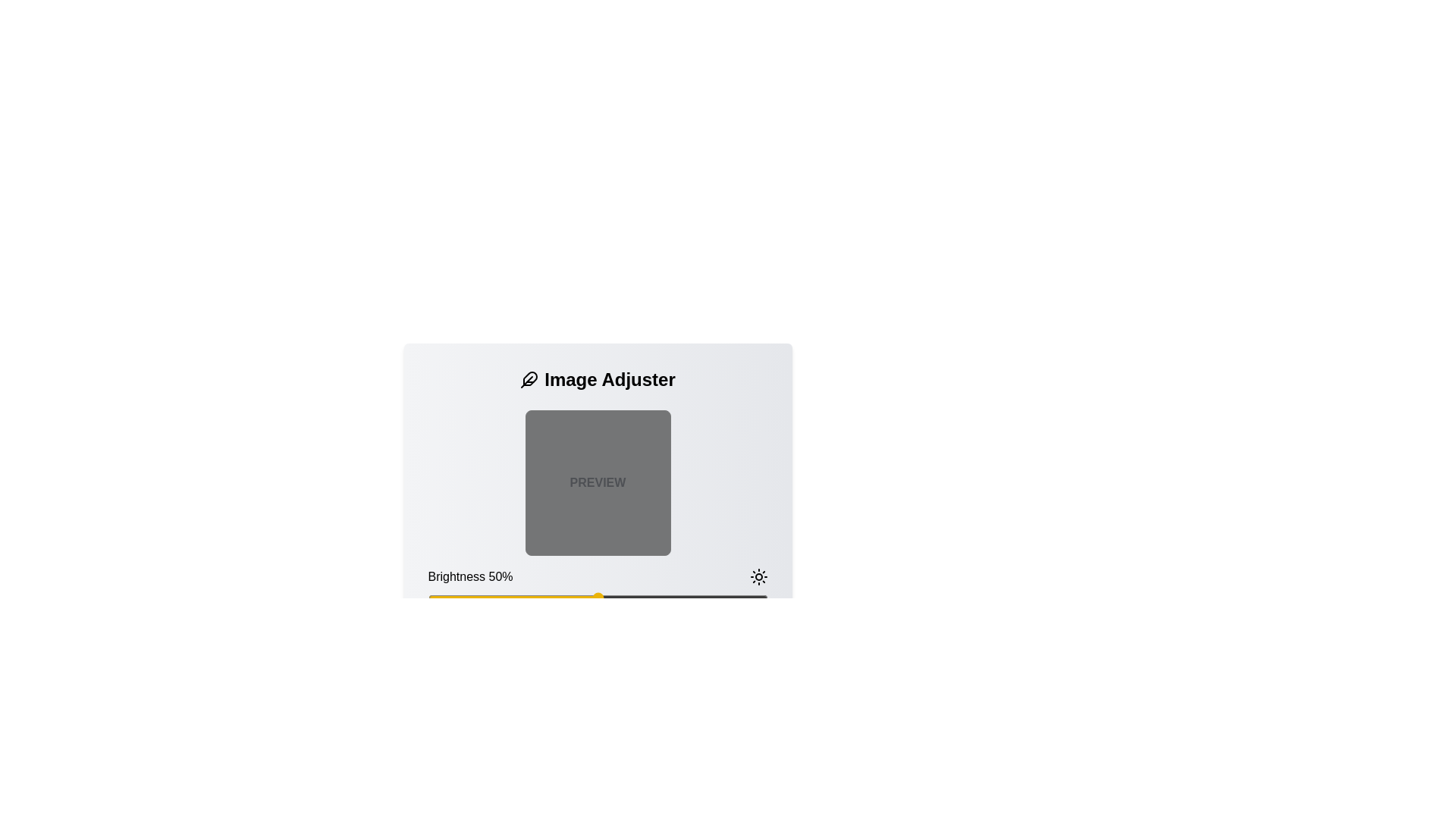 This screenshot has height=819, width=1456. I want to click on the Preview box located within the 'Image Adjuster' panel, which displays adjustments or effects applied to an image, so click(597, 517).